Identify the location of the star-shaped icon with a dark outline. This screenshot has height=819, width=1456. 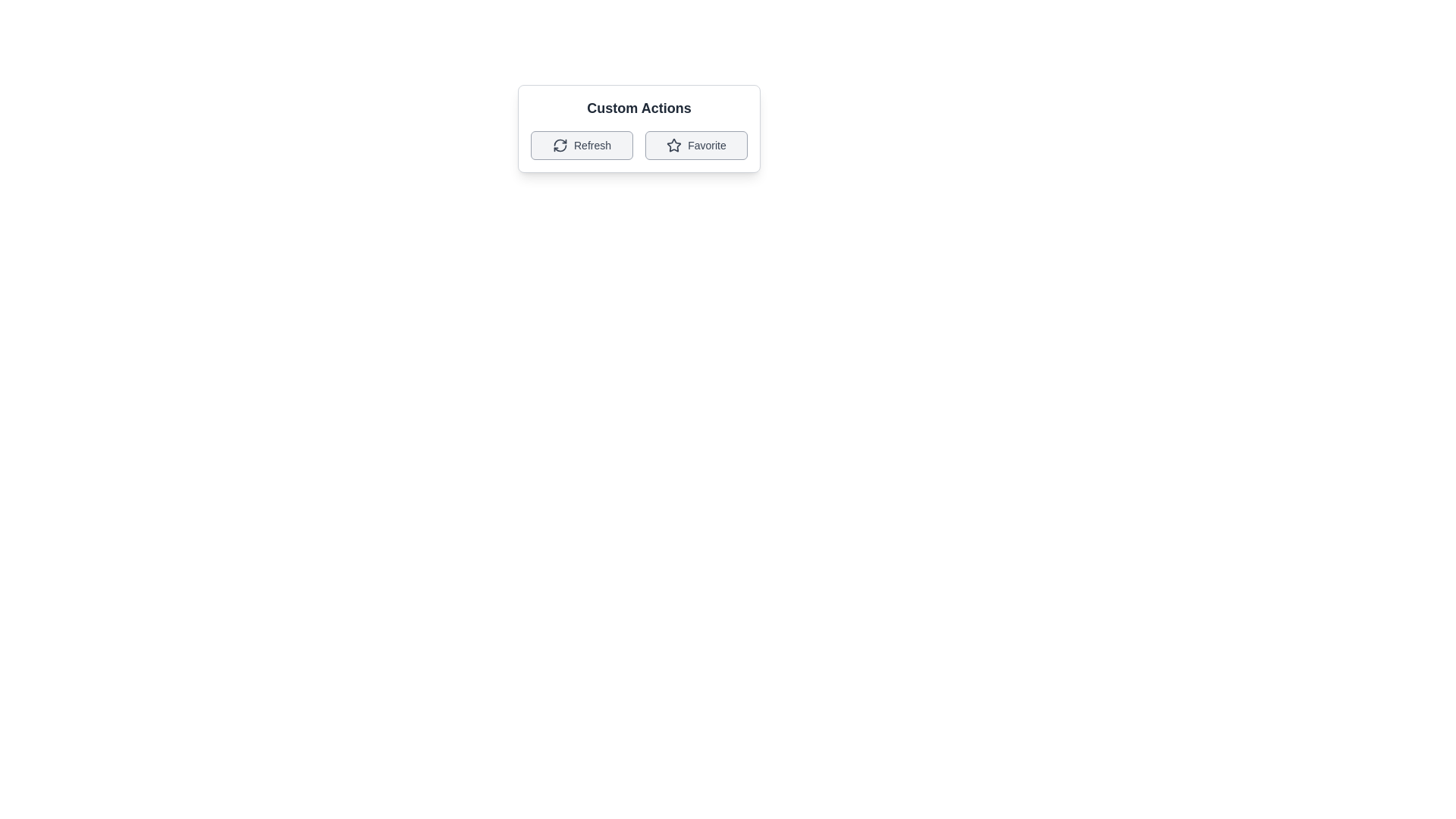
(673, 146).